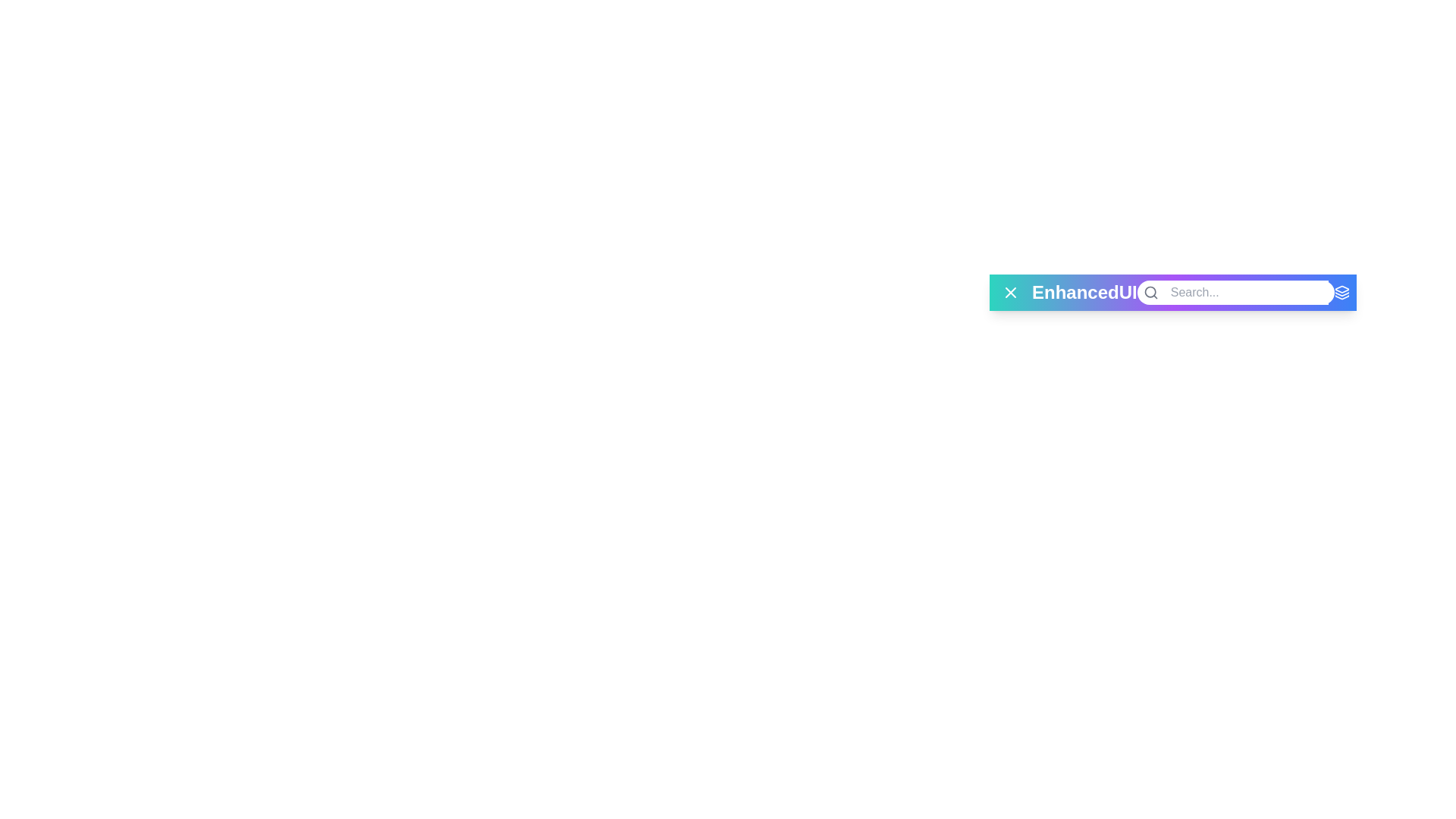  Describe the element at coordinates (1341, 292) in the screenshot. I see `the layered icon on the right of the EnhancedAppBar` at that location.